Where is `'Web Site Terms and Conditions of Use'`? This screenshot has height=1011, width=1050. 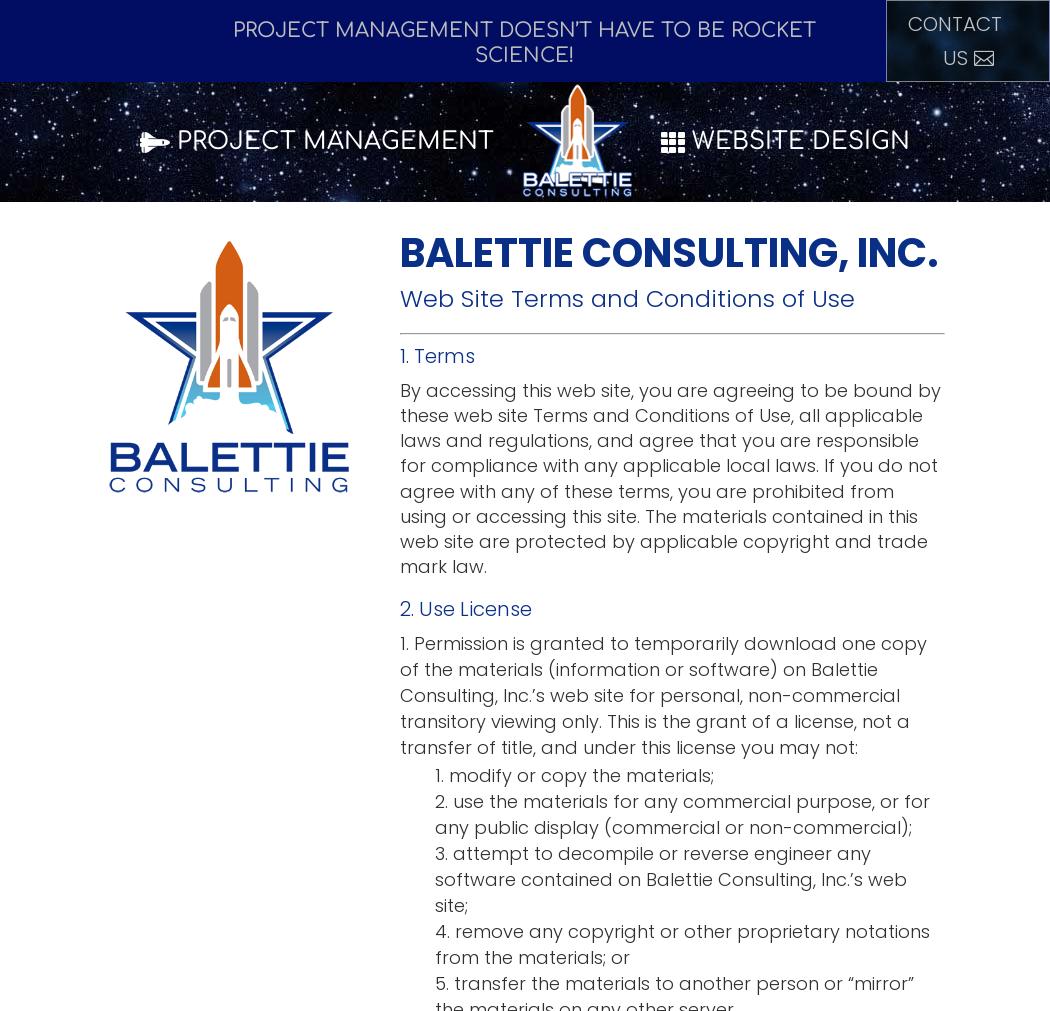
'Web Site Terms and Conditions of Use' is located at coordinates (627, 298).